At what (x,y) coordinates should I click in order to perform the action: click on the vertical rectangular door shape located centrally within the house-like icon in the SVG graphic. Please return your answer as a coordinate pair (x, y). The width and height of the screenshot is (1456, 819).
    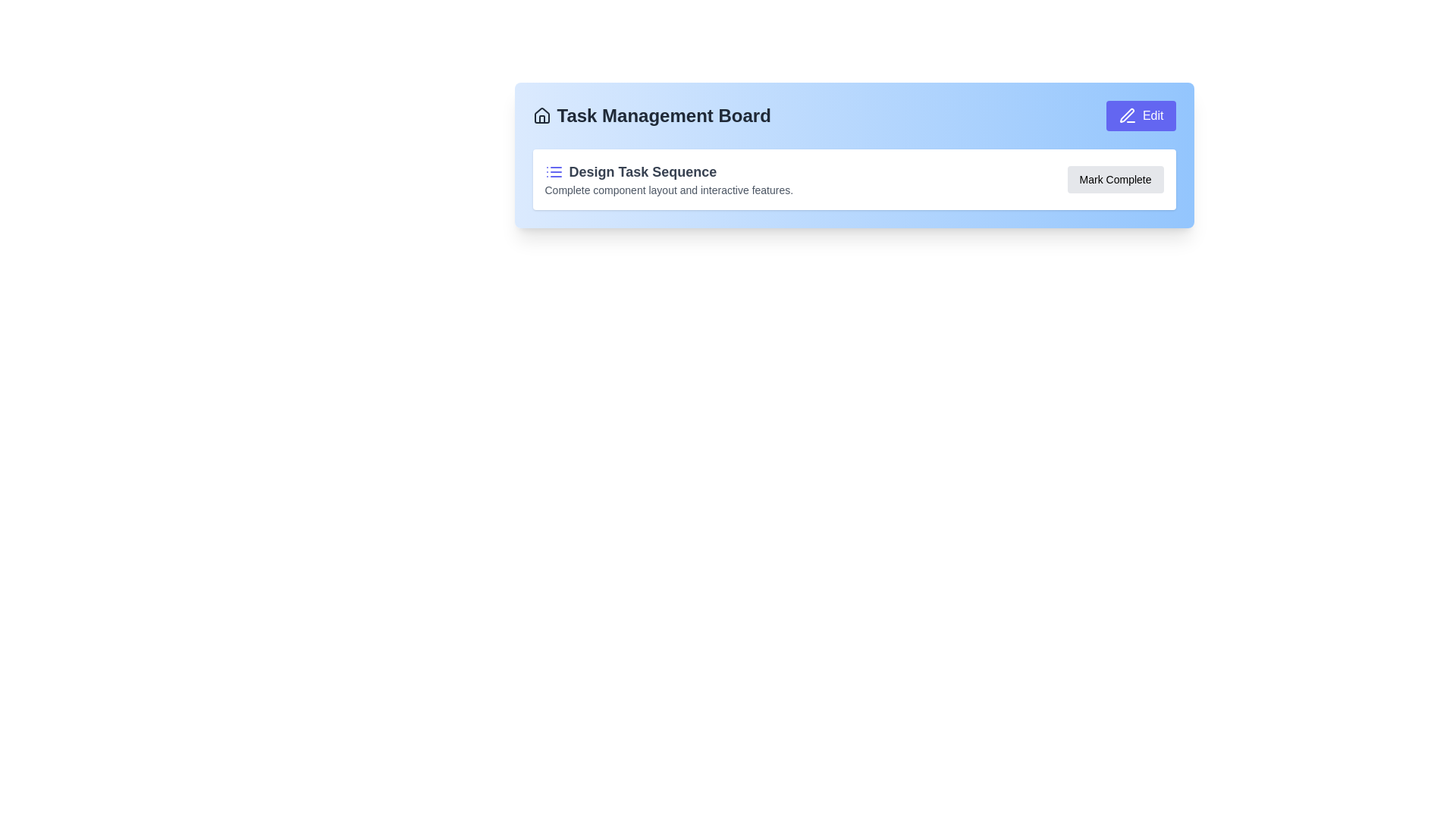
    Looking at the image, I should click on (541, 118).